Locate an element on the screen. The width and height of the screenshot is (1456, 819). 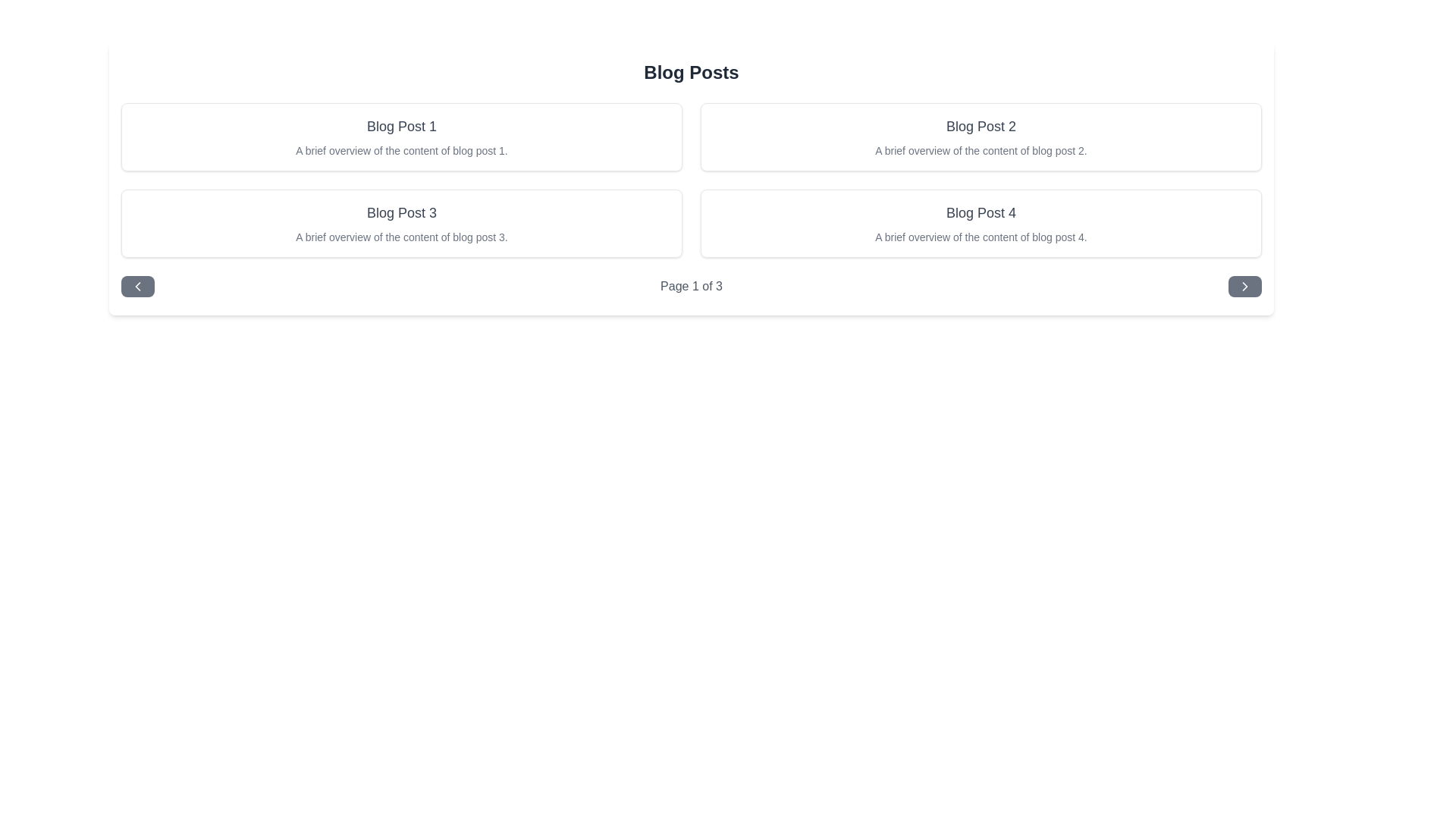
the rounded rectangular button with a grey background and a leftward-pointing chevron icon, located at the bottom left of the 'Page 1 of 3' navigation bar is located at coordinates (138, 287).